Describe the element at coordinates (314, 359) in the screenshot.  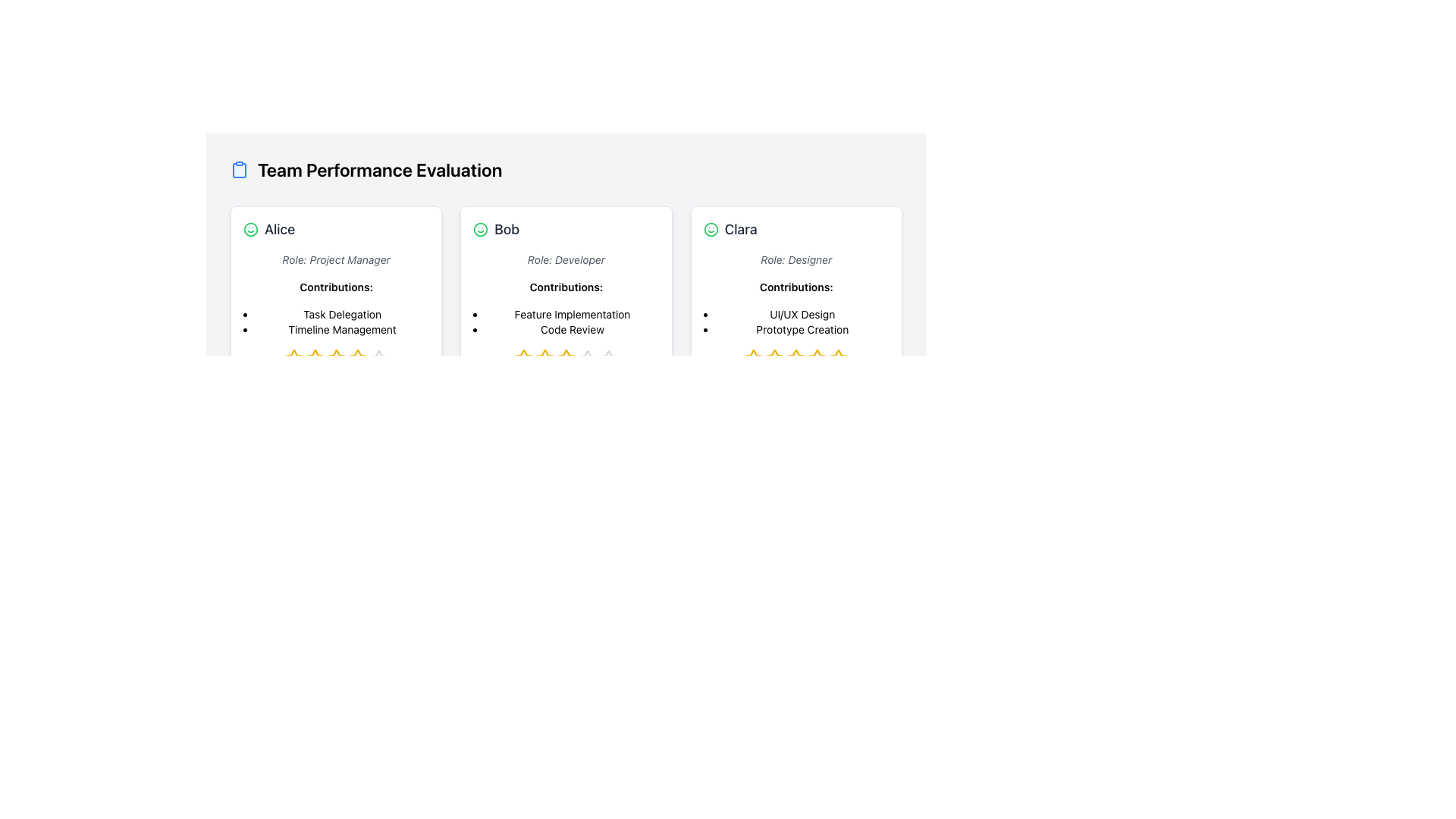
I see `the third star icon under the 'Alice' card in the Team Performance Evaluation section` at that location.